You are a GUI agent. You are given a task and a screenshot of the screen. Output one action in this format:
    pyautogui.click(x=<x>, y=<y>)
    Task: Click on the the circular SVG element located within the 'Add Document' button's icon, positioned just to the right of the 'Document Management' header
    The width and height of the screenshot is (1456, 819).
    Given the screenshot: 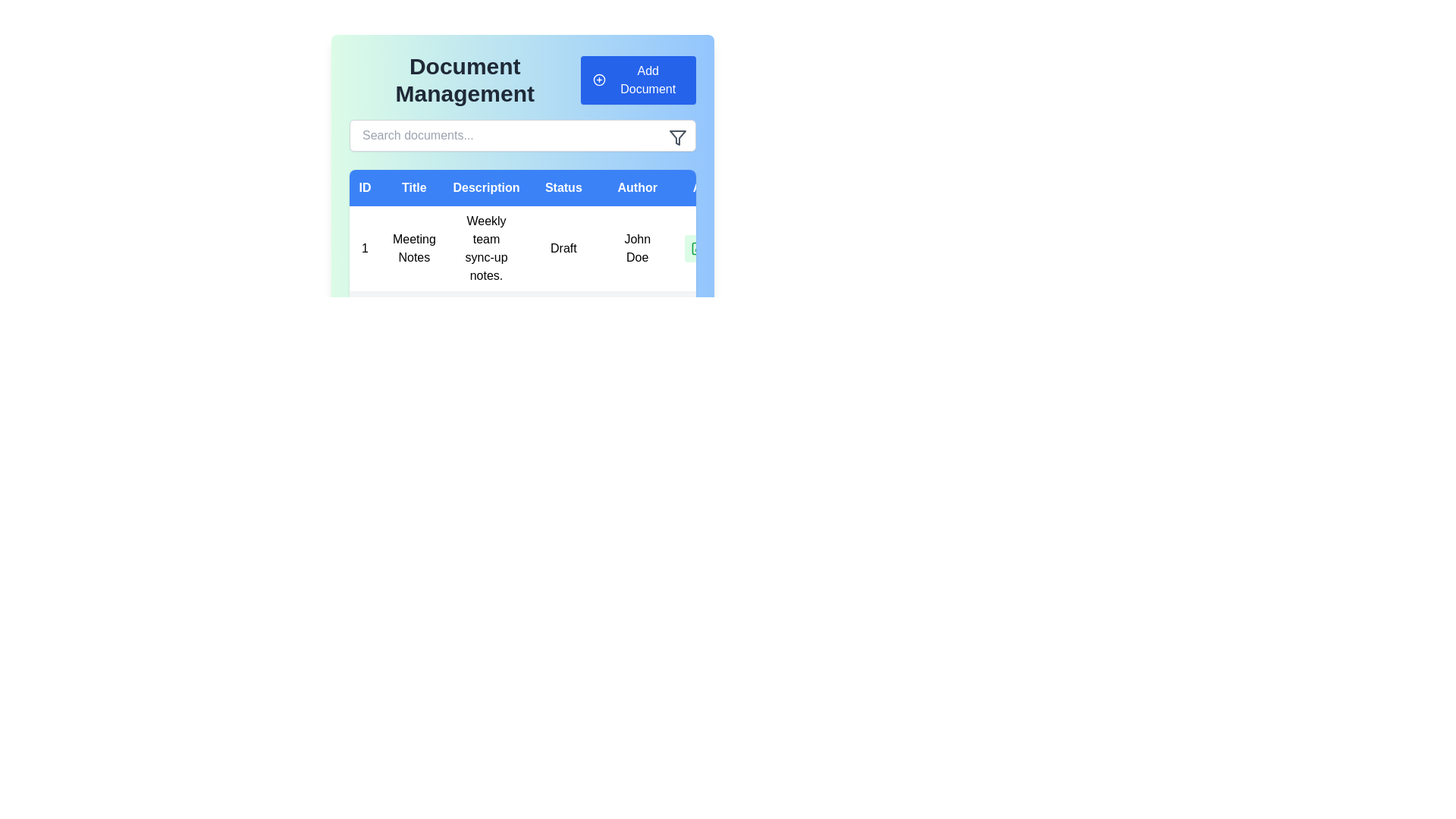 What is the action you would take?
    pyautogui.click(x=598, y=80)
    